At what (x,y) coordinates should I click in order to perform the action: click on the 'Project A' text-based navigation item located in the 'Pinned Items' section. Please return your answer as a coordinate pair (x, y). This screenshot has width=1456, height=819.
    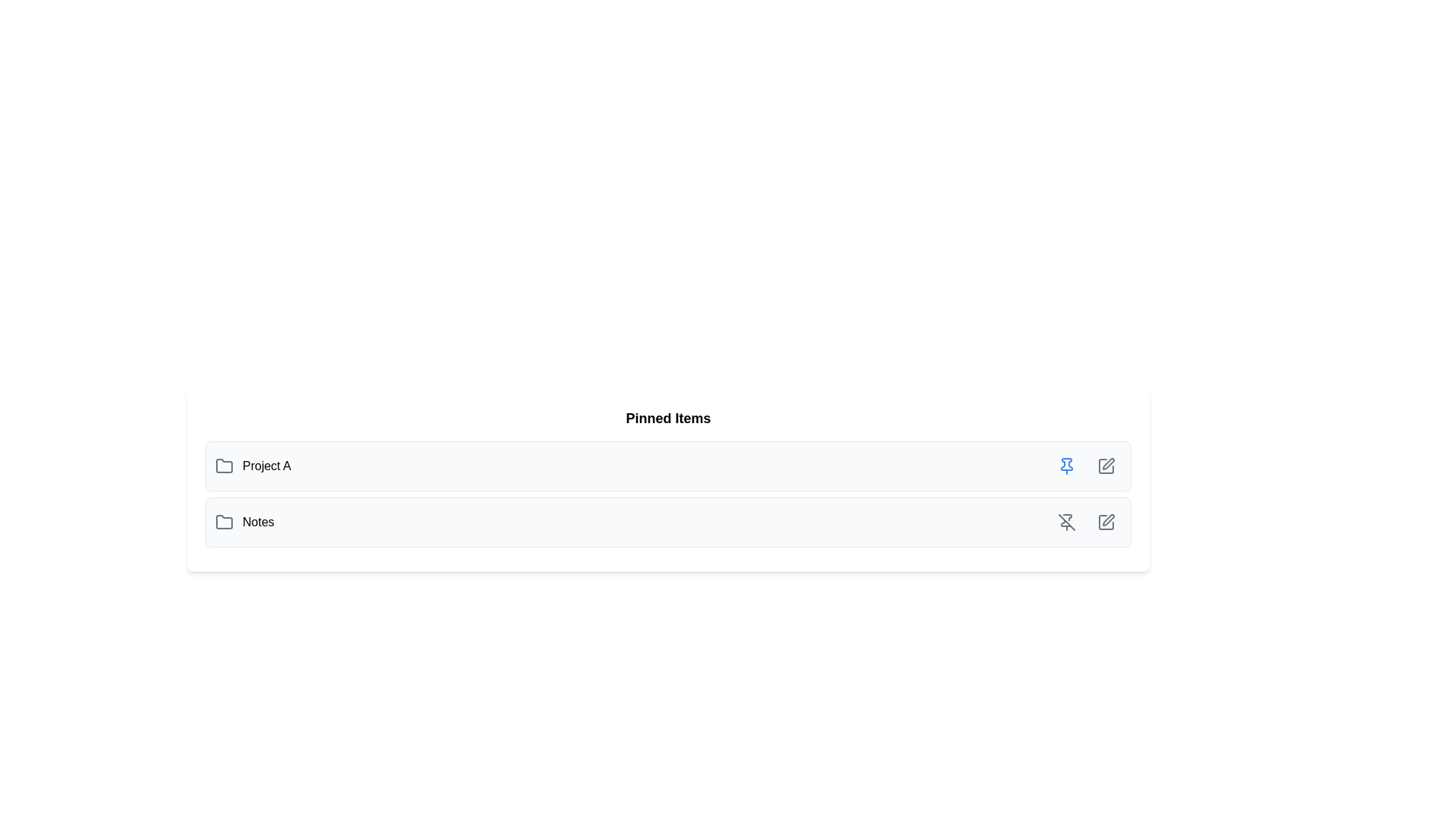
    Looking at the image, I should click on (266, 465).